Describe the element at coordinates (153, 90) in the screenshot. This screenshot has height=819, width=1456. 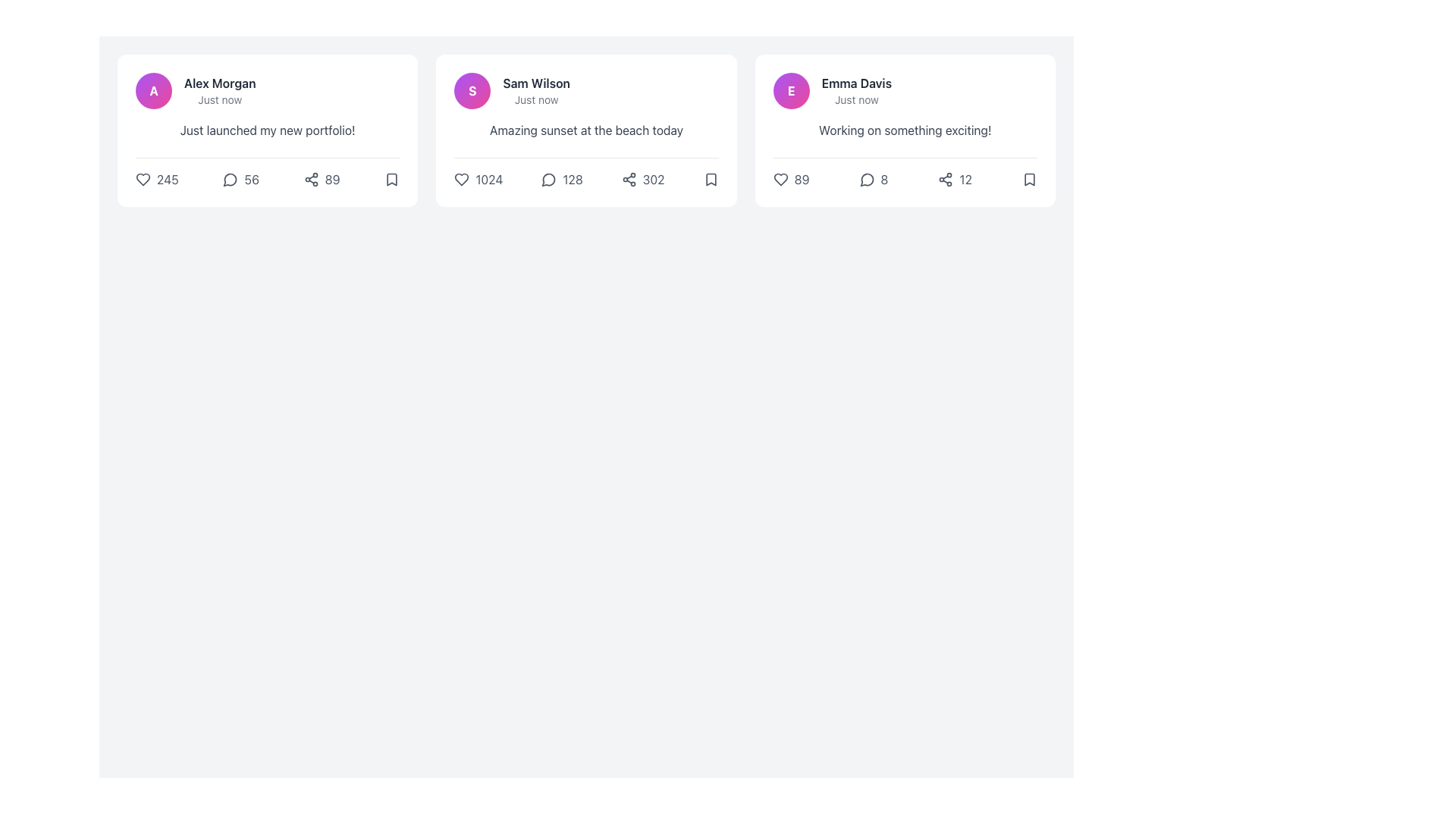
I see `the avatar representing user 'Alex Morgan', which is positioned to the left of the textual information in the first card` at that location.